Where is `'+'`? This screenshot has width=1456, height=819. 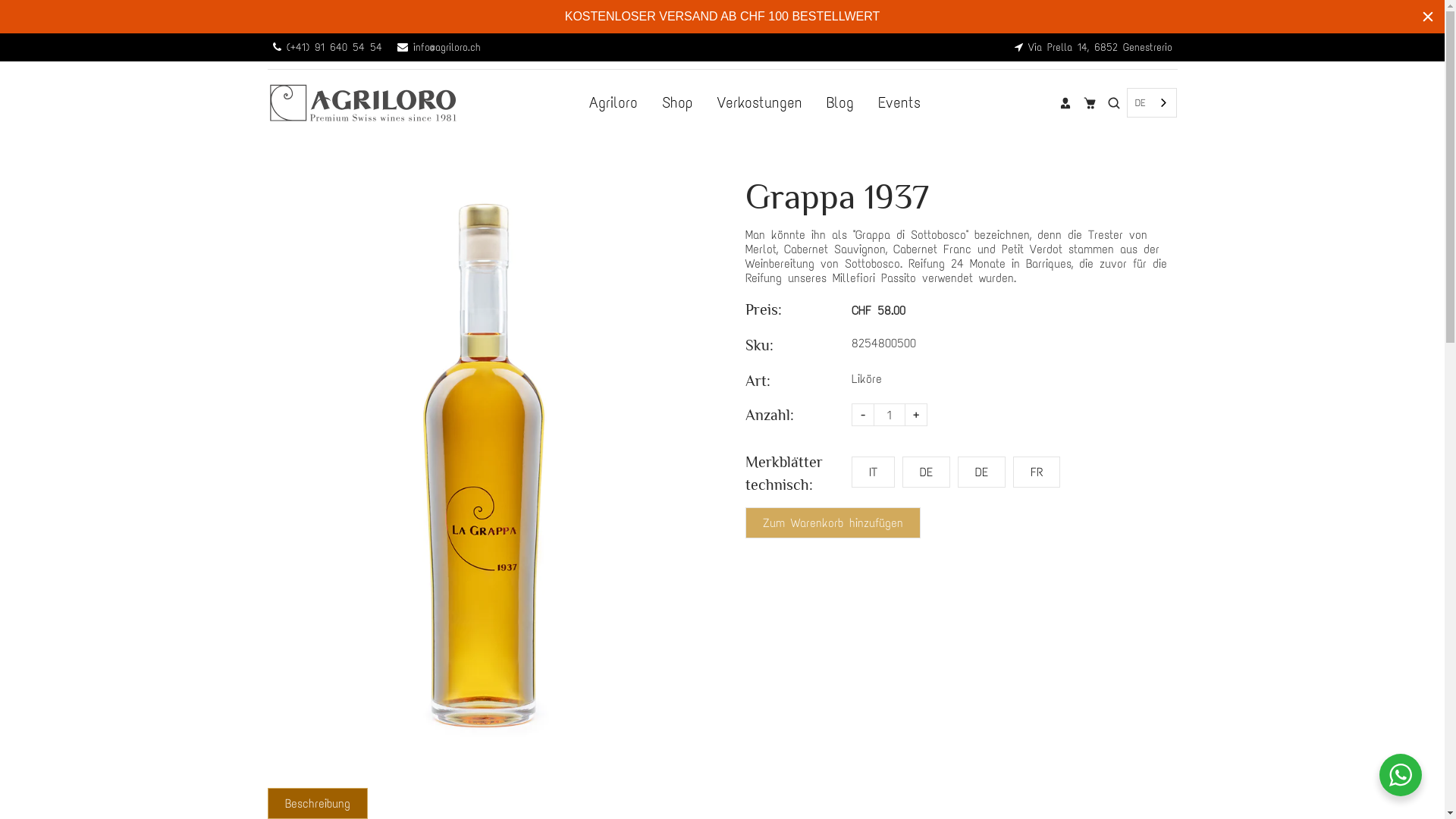
'+' is located at coordinates (914, 415).